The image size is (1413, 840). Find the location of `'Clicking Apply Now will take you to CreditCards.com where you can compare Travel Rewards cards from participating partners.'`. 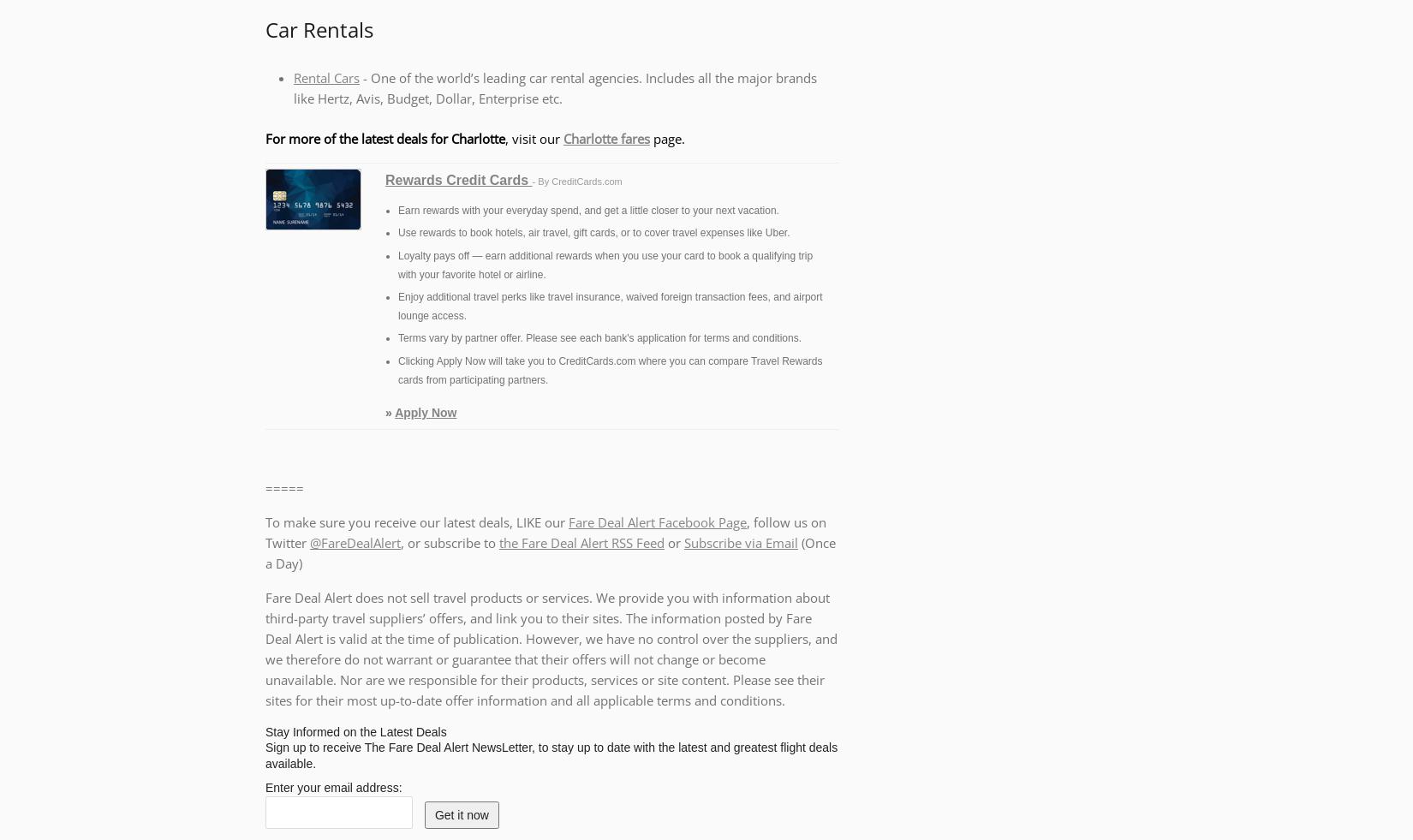

'Clicking Apply Now will take you to CreditCards.com where you can compare Travel Rewards cards from participating partners.' is located at coordinates (609, 369).